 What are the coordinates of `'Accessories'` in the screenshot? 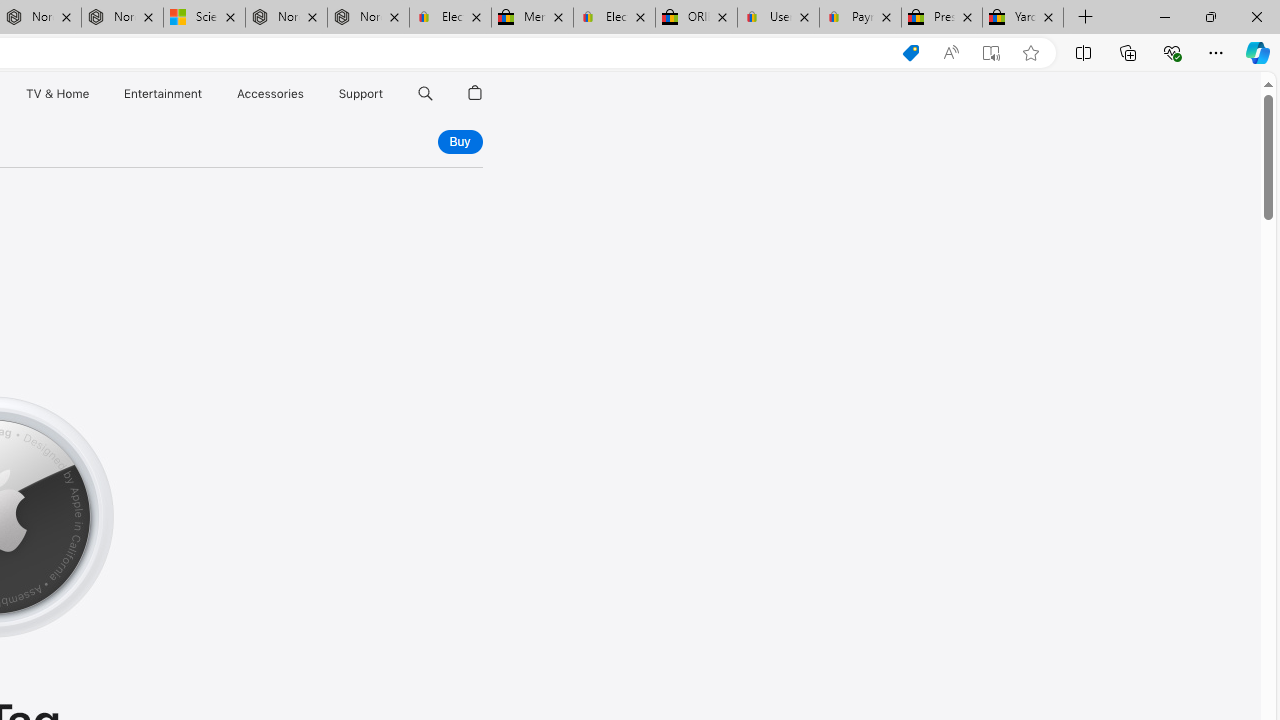 It's located at (269, 93).